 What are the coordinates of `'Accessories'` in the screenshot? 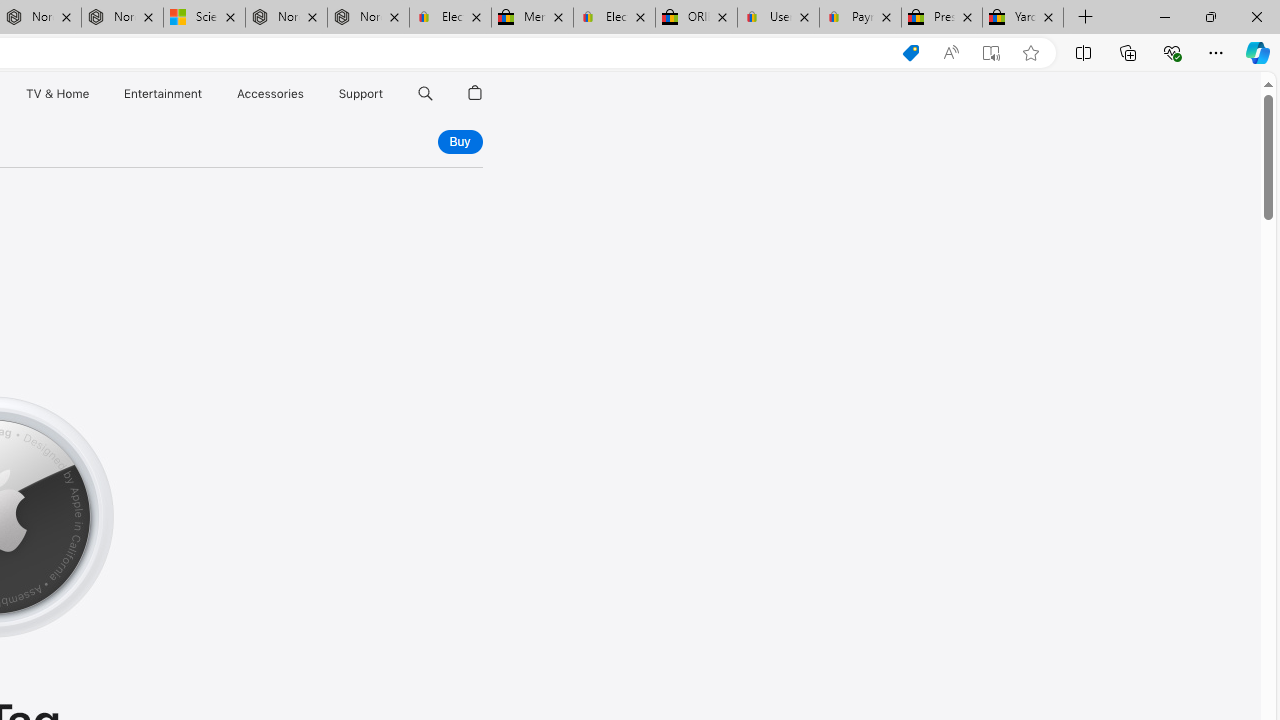 It's located at (269, 93).